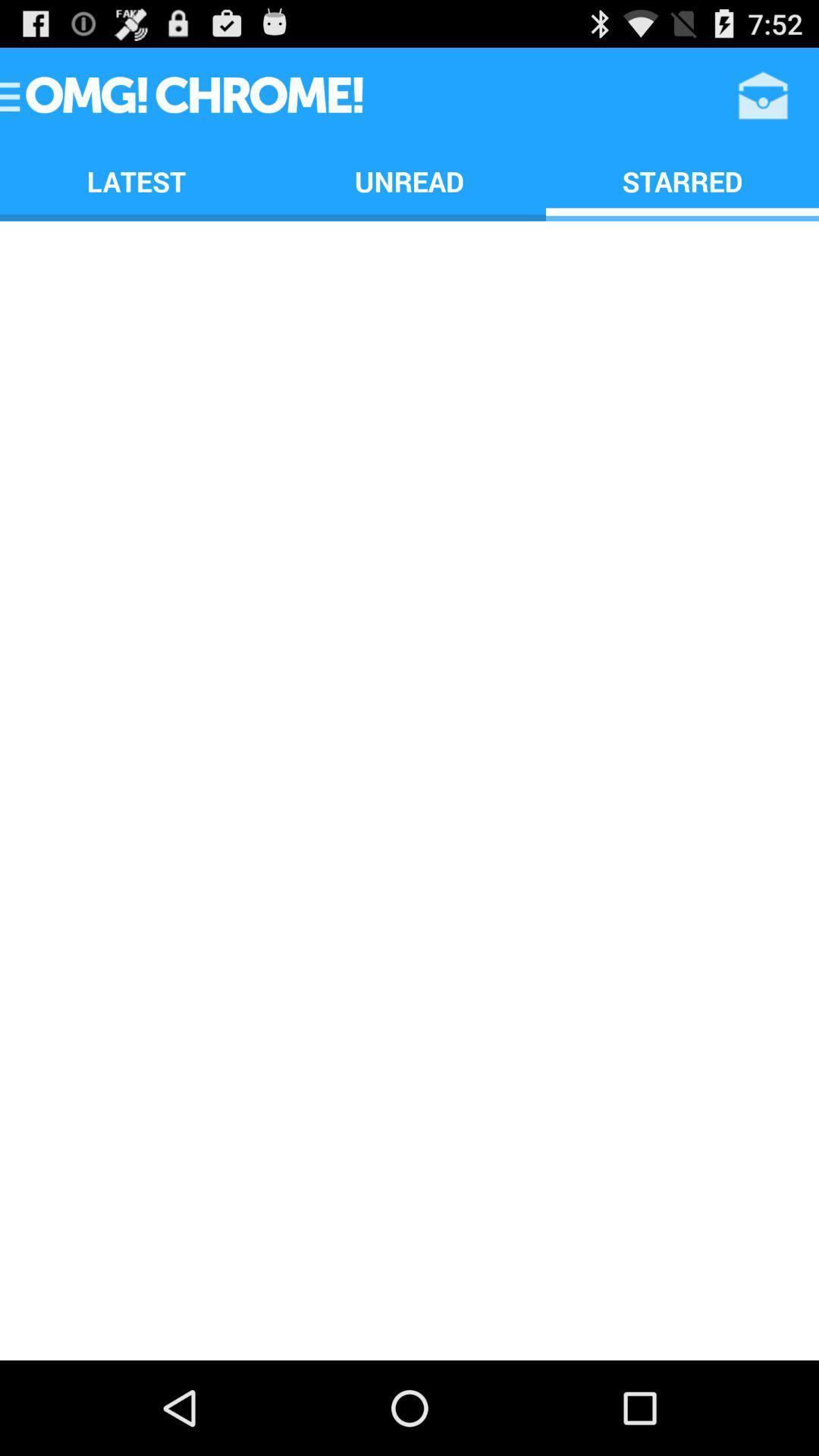 Image resolution: width=819 pixels, height=1456 pixels. Describe the element at coordinates (136, 181) in the screenshot. I see `the item next to the unread app` at that location.